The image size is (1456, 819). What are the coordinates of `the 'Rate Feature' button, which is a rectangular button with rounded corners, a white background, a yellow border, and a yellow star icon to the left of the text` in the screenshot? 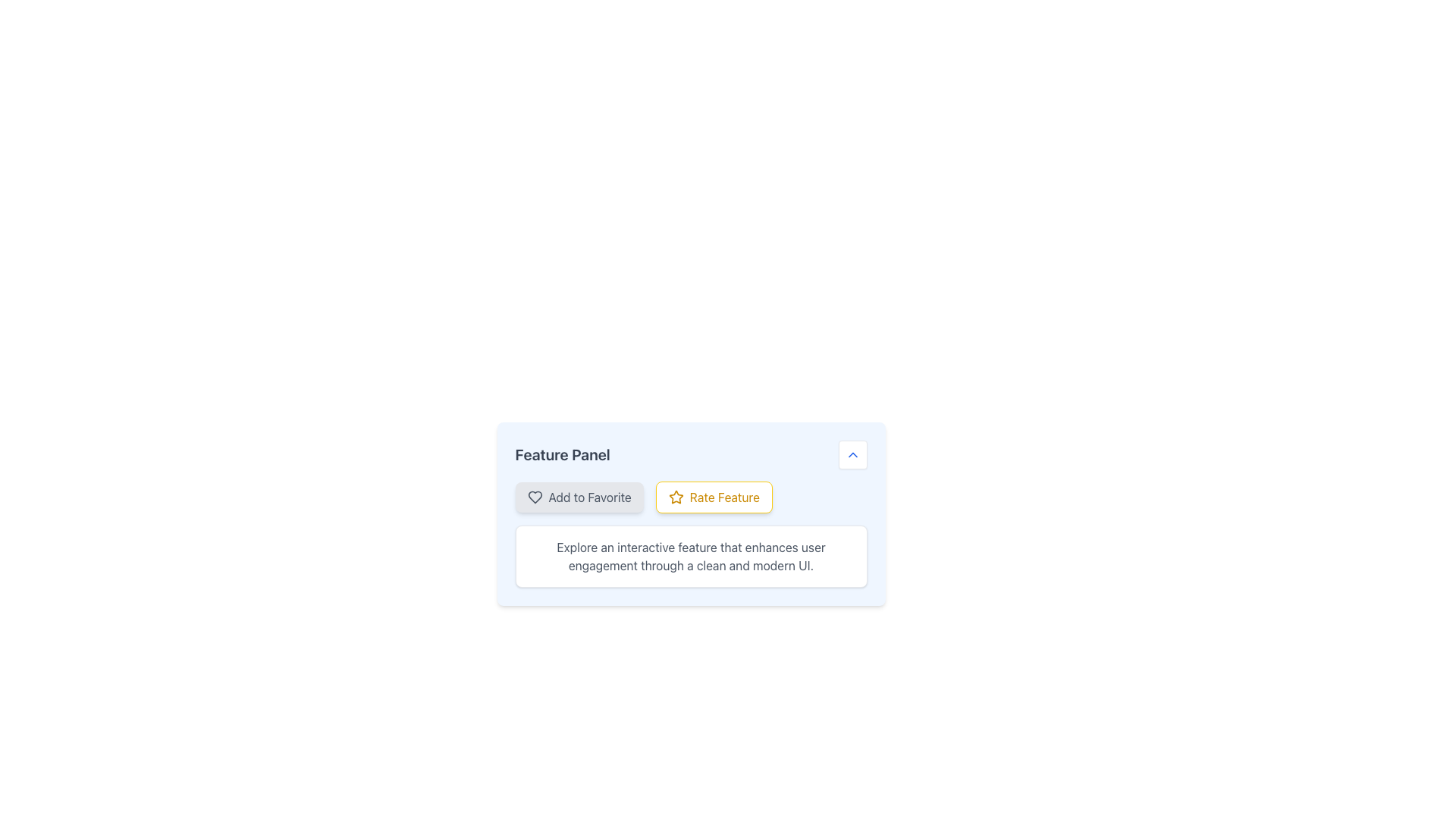 It's located at (713, 497).